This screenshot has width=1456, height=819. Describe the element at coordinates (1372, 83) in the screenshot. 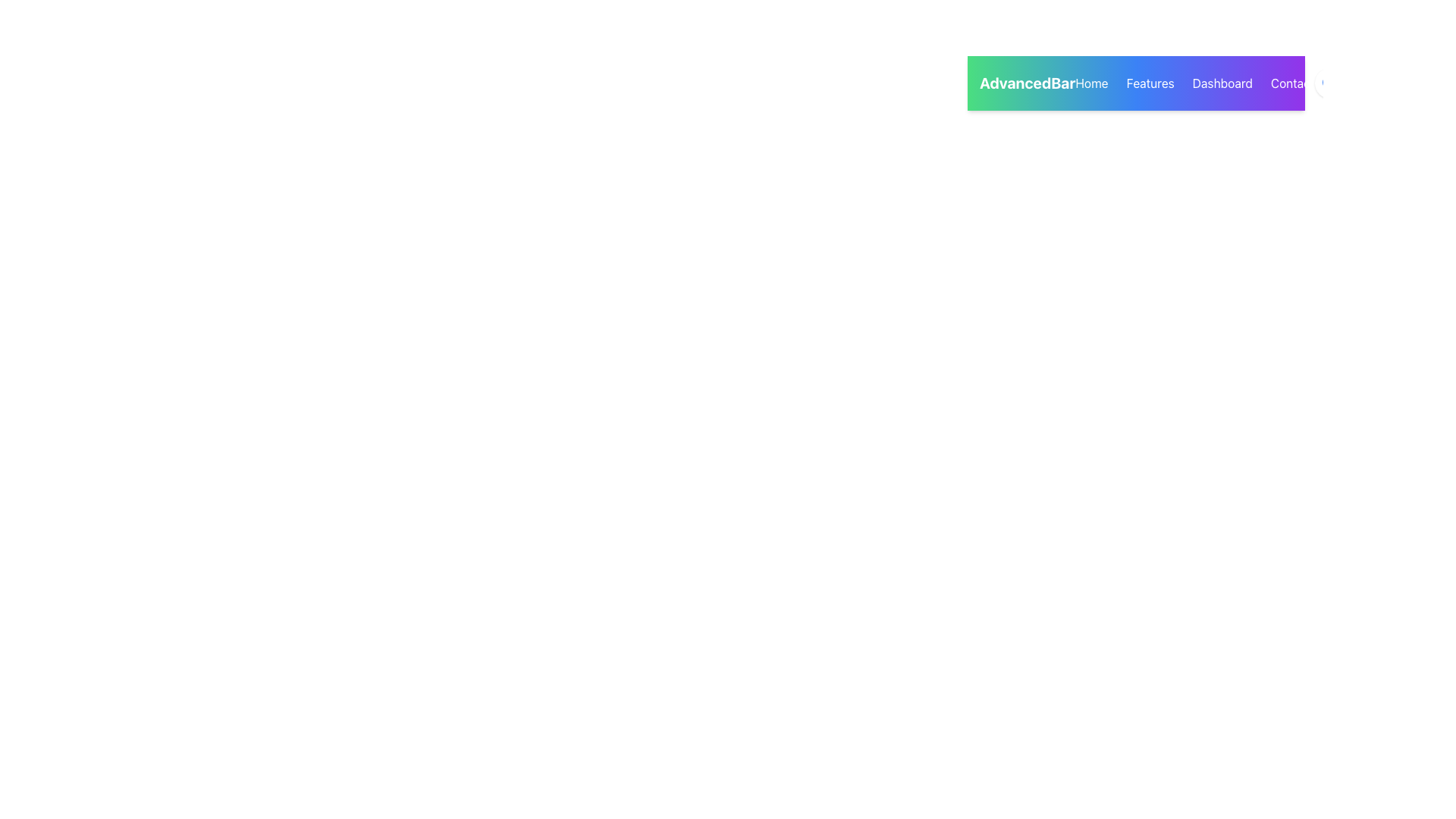

I see `the middle circular button on the rightmost side of the horizontal navigation bar` at that location.